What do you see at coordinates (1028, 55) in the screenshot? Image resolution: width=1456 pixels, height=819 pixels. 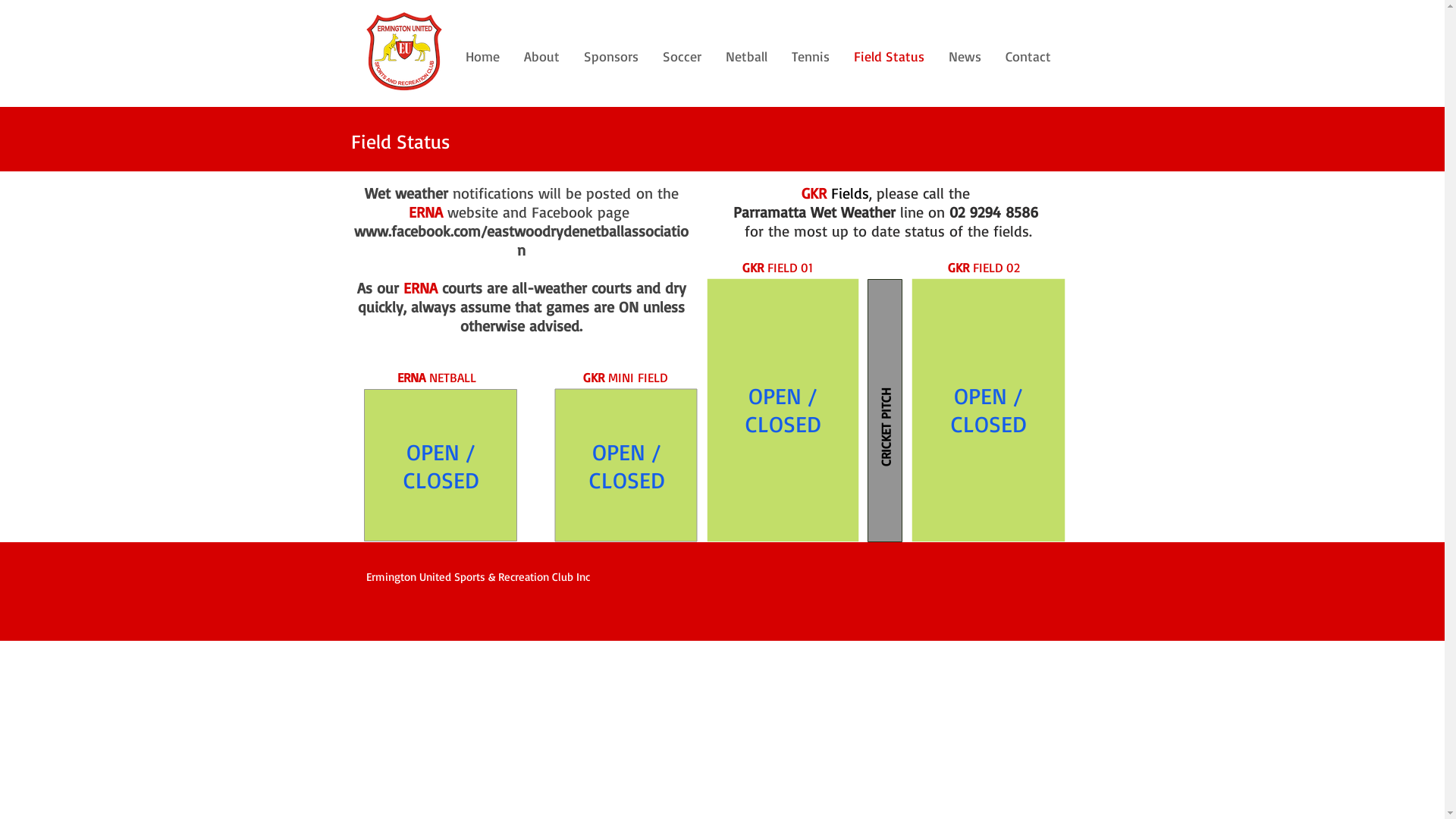 I see `'Contact'` at bounding box center [1028, 55].